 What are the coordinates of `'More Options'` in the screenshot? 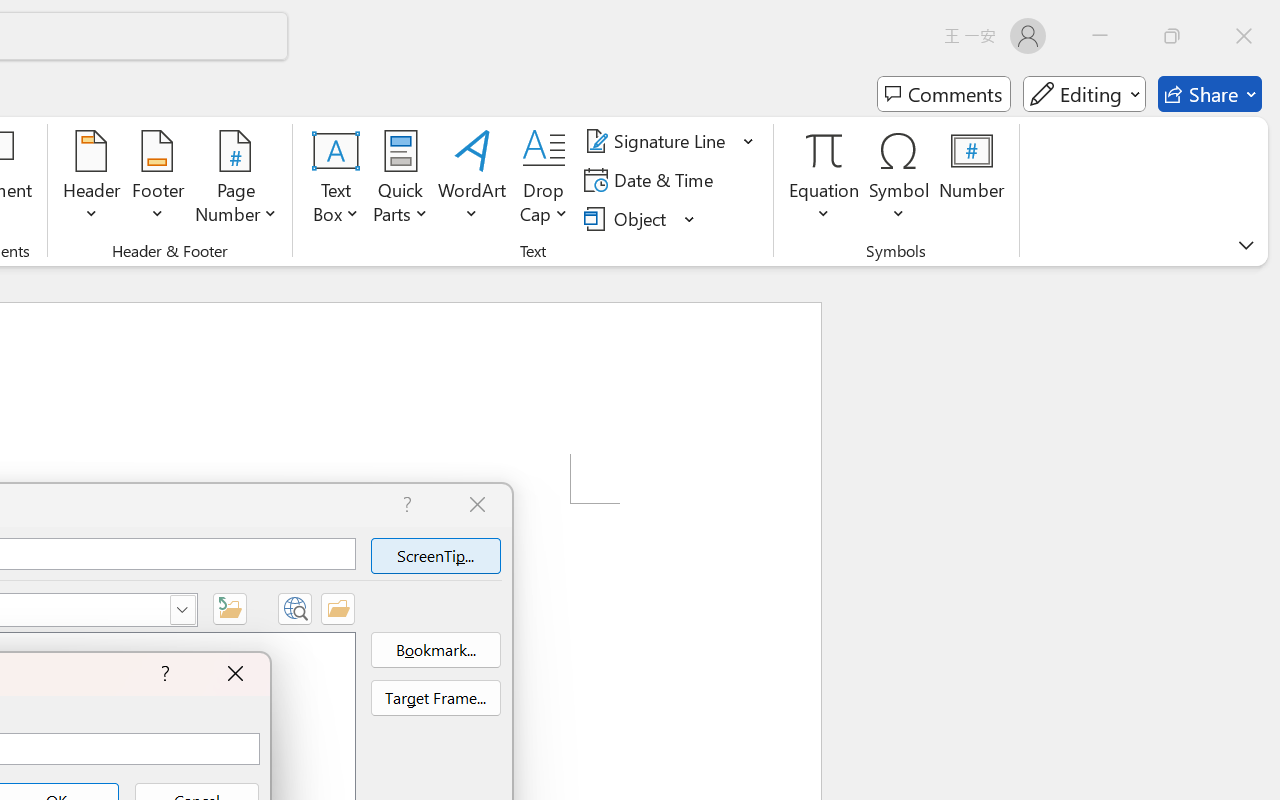 It's located at (824, 207).